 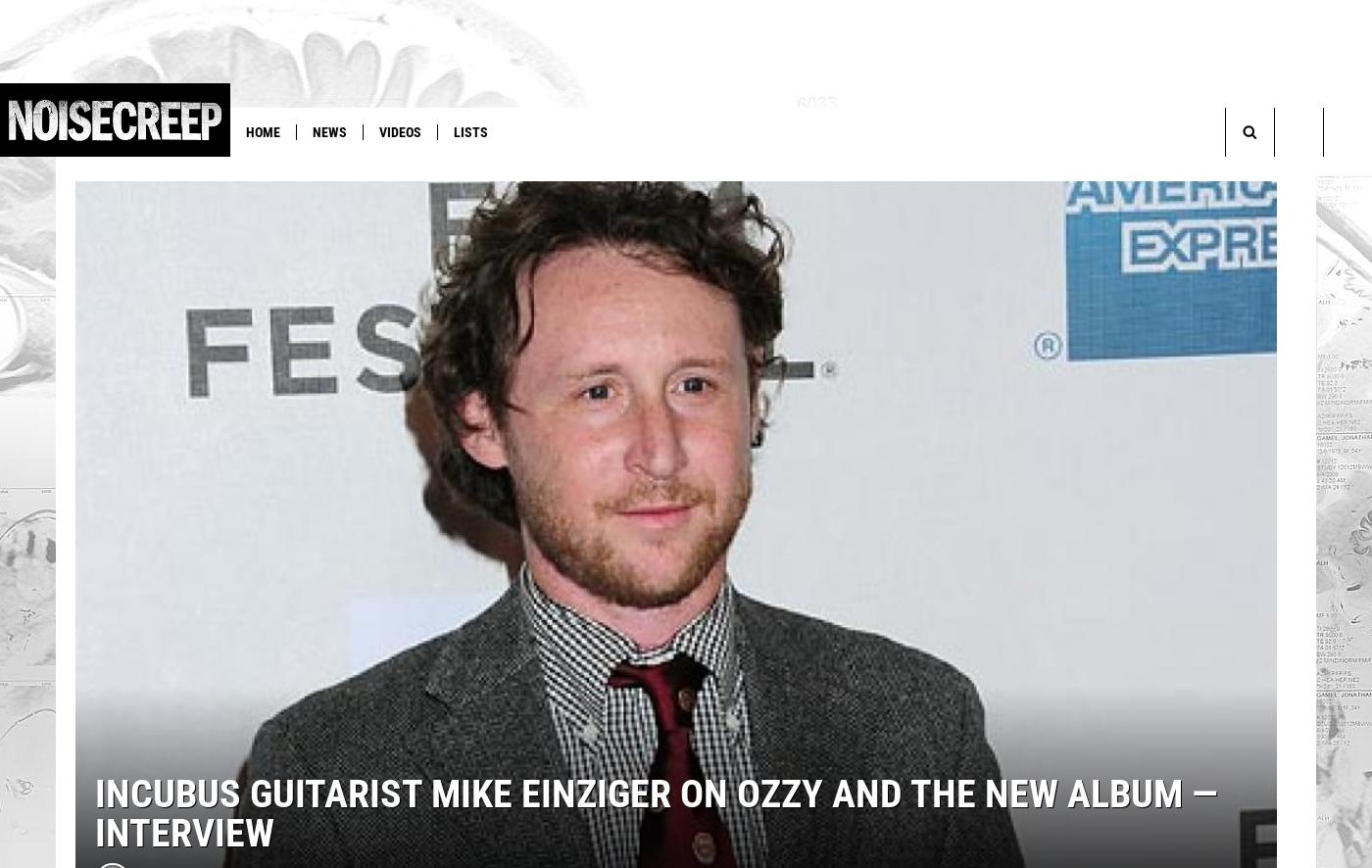 I want to click on 'Slayer', so click(x=295, y=170).